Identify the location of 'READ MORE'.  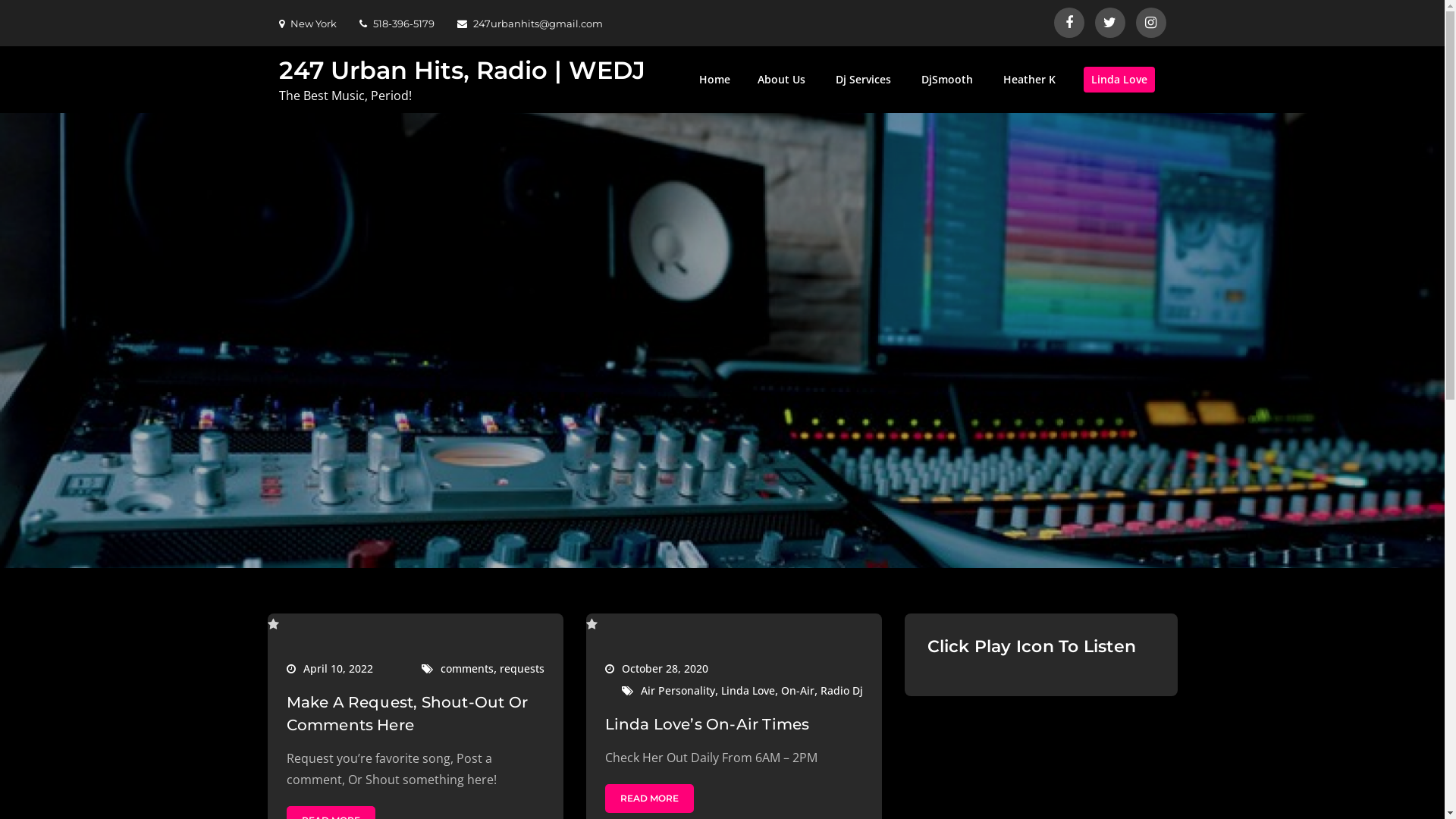
(649, 798).